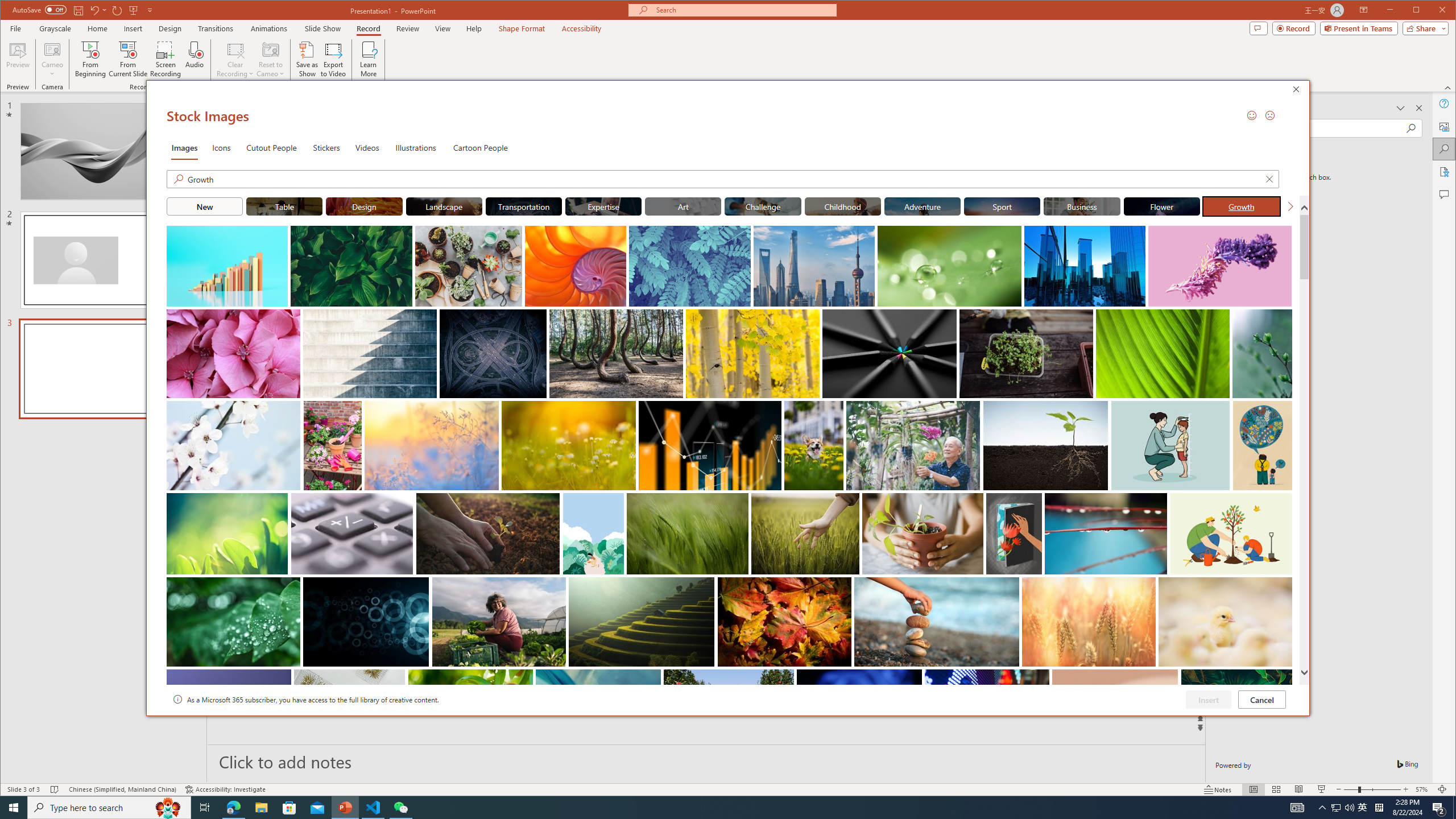  Describe the element at coordinates (83, 10) in the screenshot. I see `'Quick Access Toolbar'` at that location.